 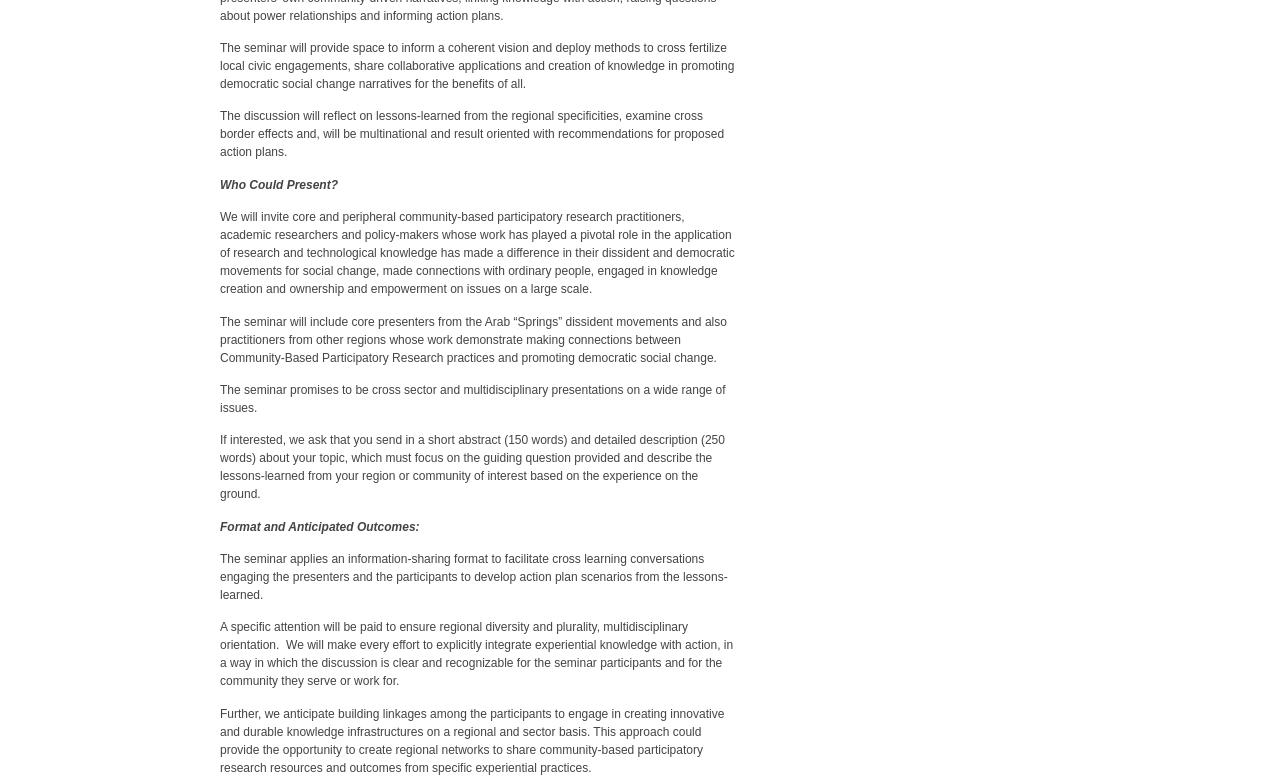 I want to click on 'Format and Anticipated Outcomes:', so click(x=318, y=526).